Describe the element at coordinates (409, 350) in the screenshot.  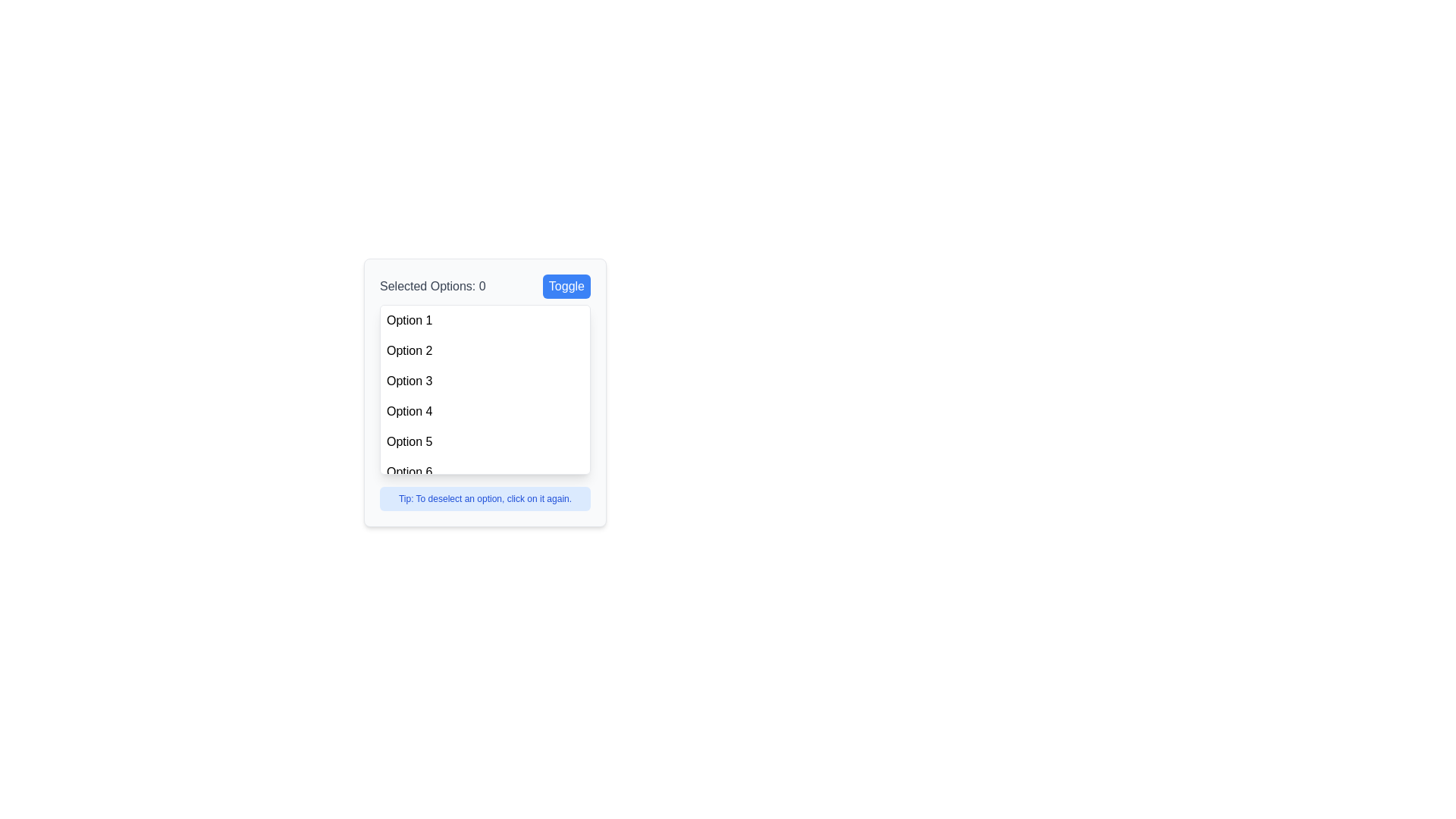
I see `the text label displaying 'Option 2' in black font` at that location.